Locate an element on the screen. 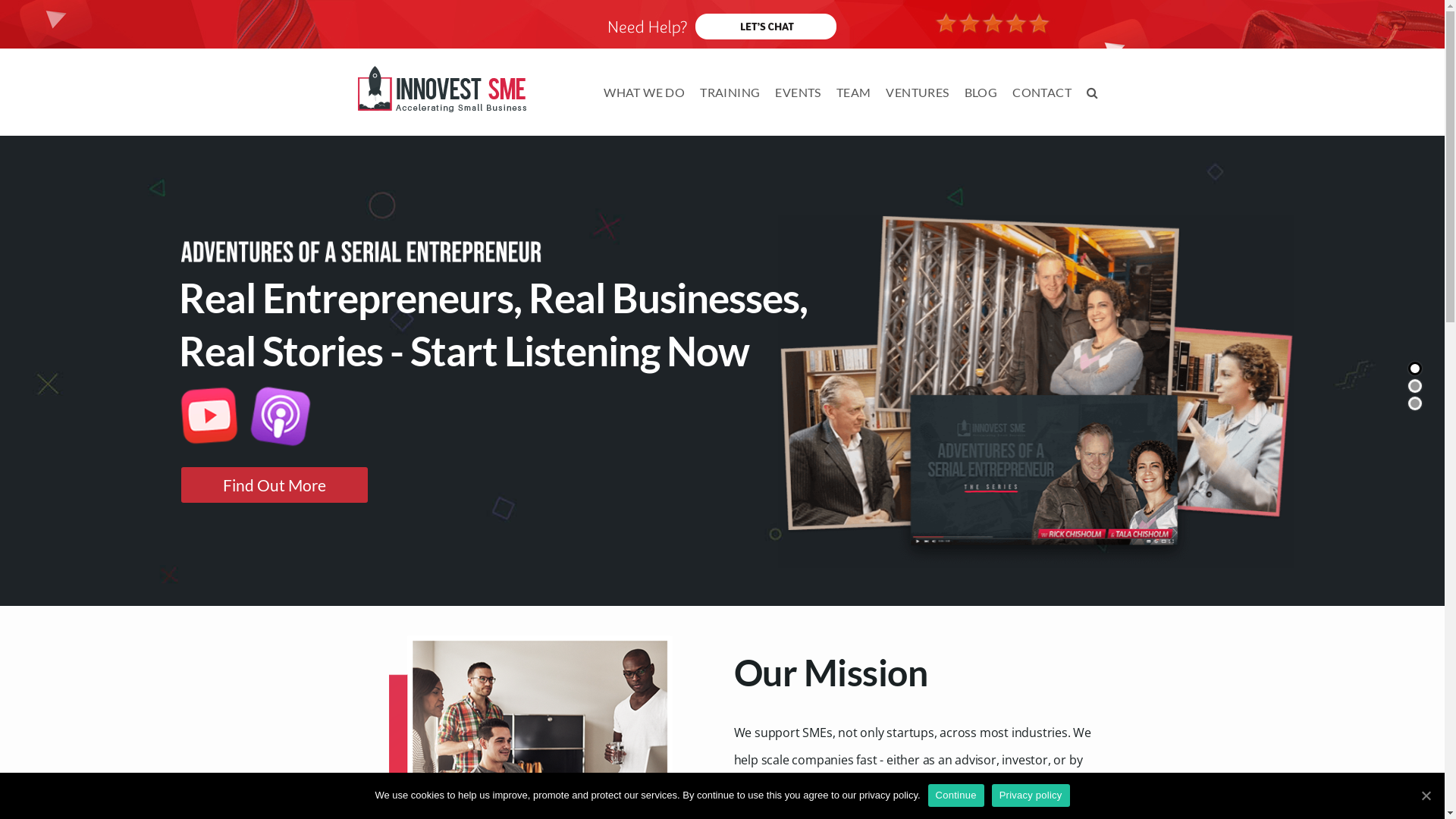  'VENTURES' is located at coordinates (916, 93).